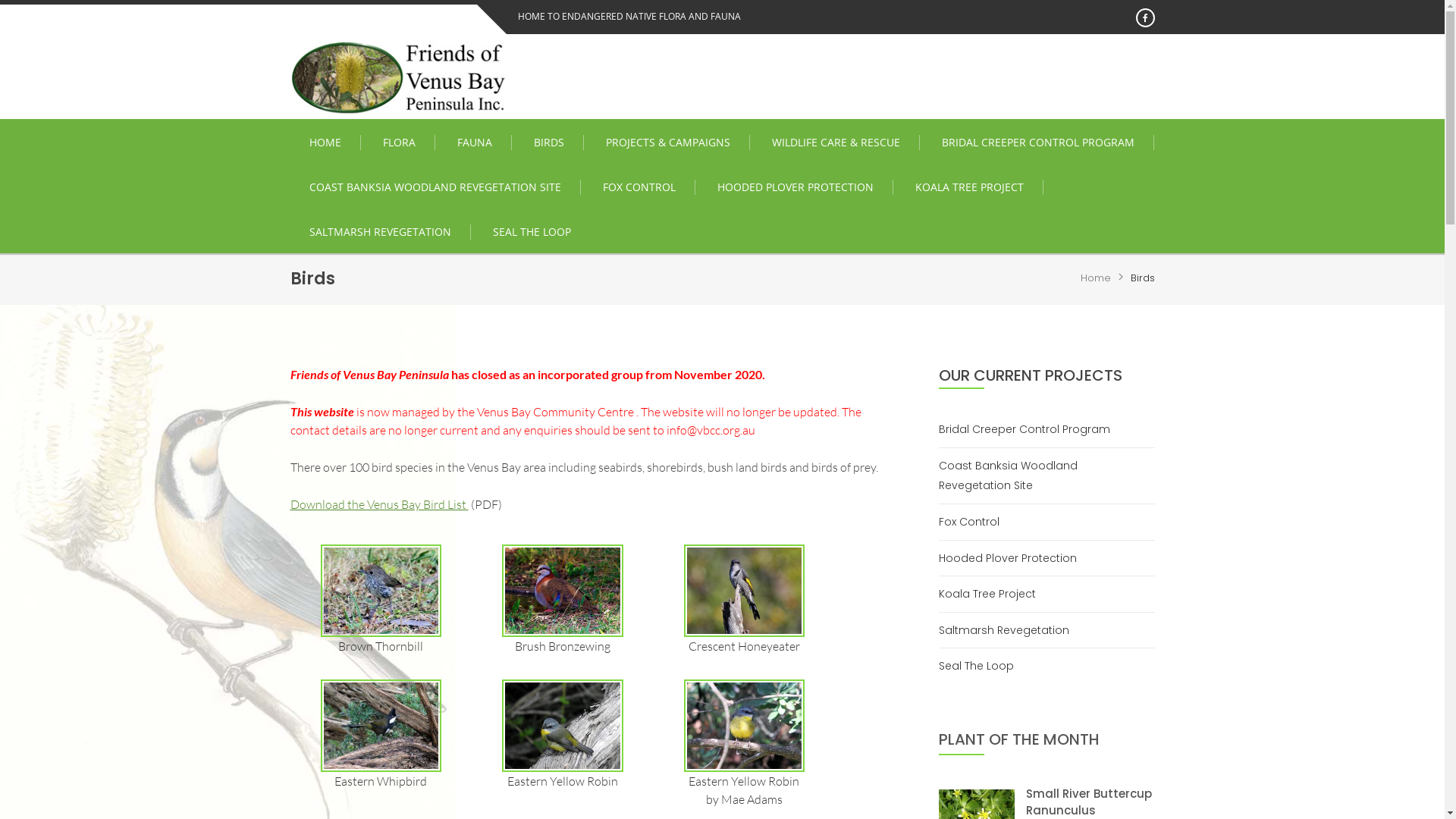 This screenshot has height=819, width=1456. What do you see at coordinates (667, 143) in the screenshot?
I see `'PROJECTS & CAMPAIGNS'` at bounding box center [667, 143].